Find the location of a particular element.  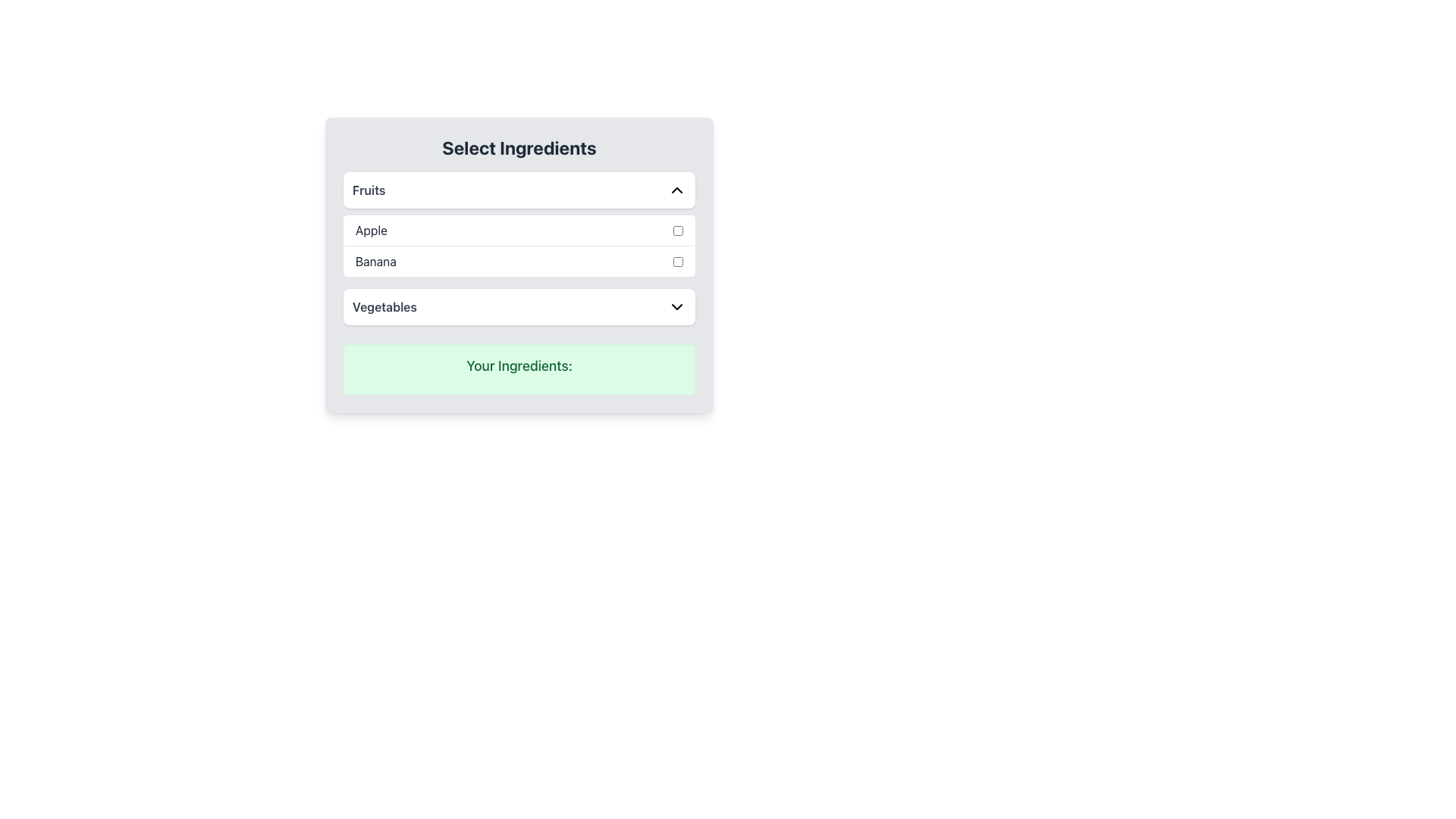

the heading or label located at the bottom of the 'Select Ingredients' panel, which introduces a section related to selected ingredients is located at coordinates (519, 369).